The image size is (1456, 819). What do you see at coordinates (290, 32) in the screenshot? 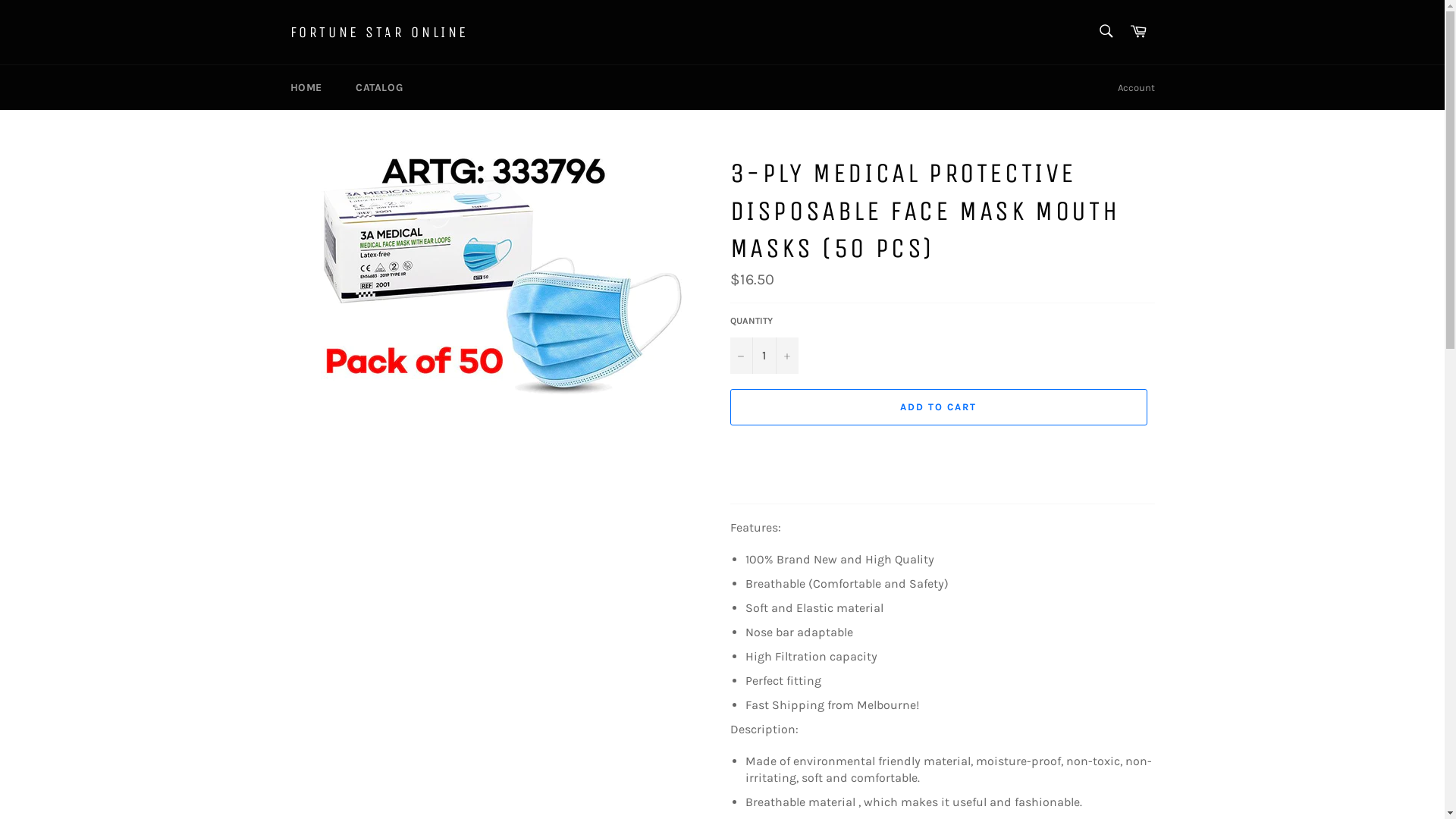
I see `'FORTUNE STAR ONLINE'` at bounding box center [290, 32].